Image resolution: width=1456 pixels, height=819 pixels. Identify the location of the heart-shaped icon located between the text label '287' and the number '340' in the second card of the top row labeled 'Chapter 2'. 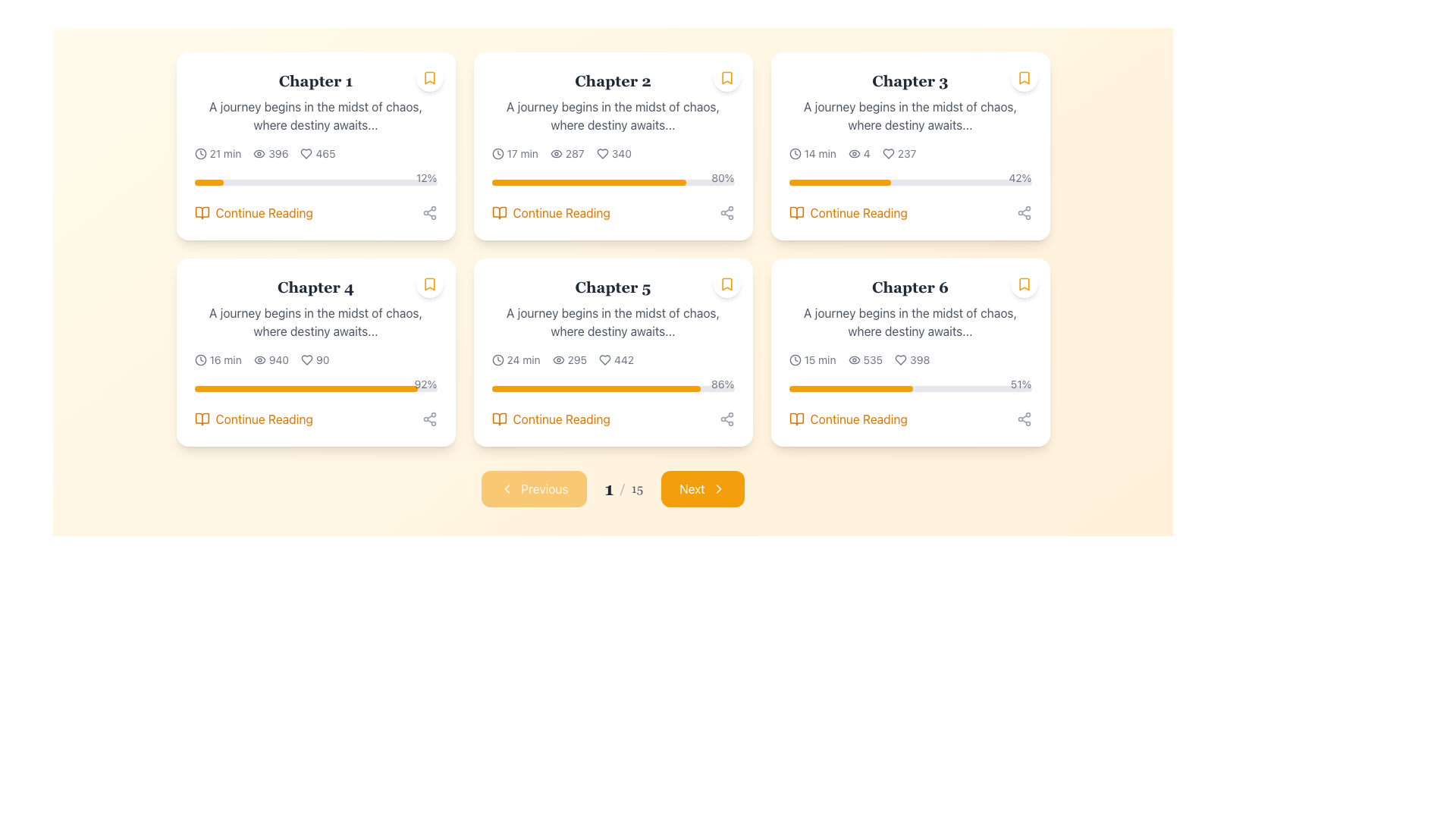
(601, 154).